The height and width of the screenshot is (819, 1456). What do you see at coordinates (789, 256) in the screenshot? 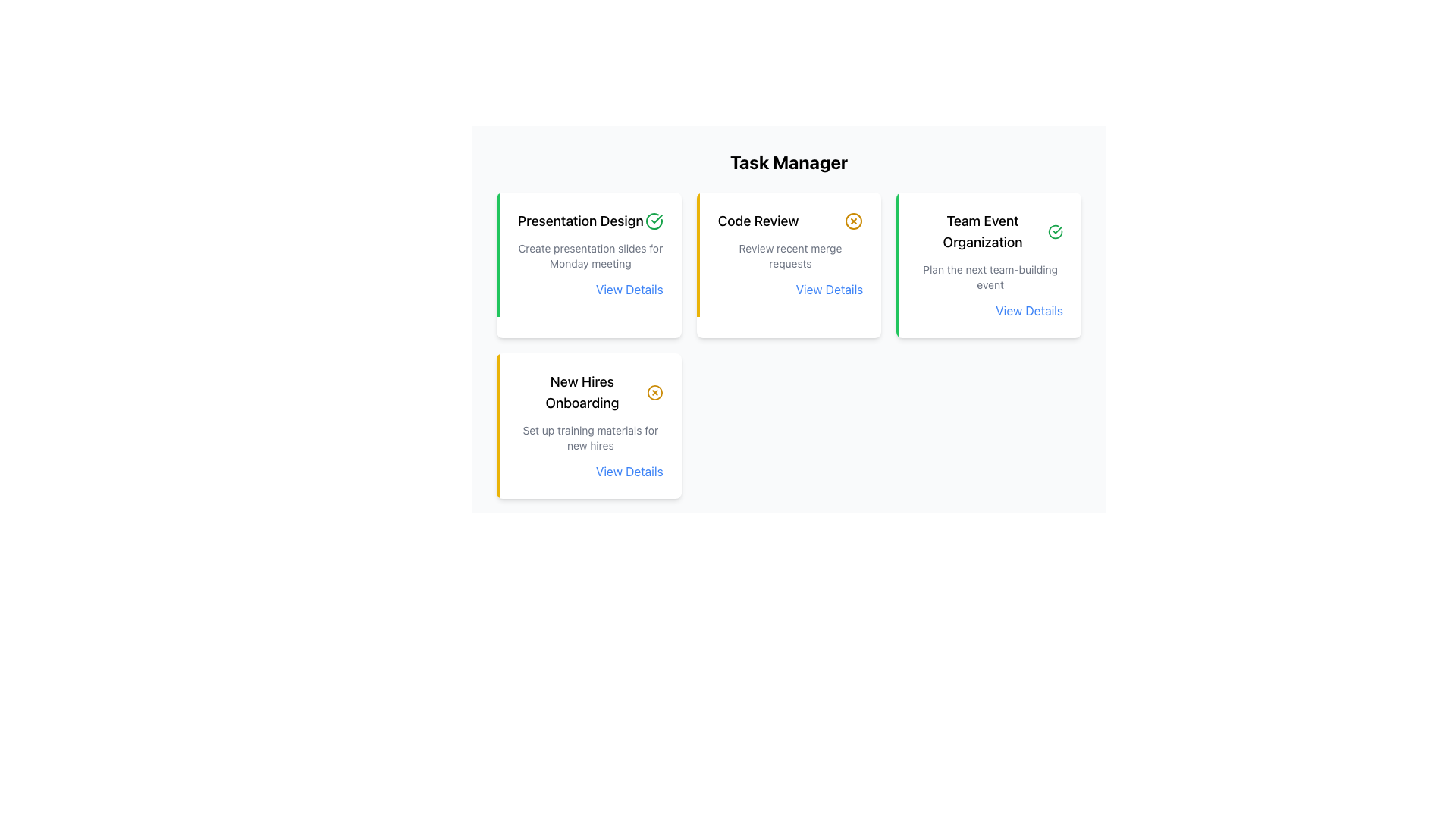
I see `text displayed in the Text Label that says 'Review recent merge requests', which is located beneath the 'Code Review' heading in the task card` at bounding box center [789, 256].